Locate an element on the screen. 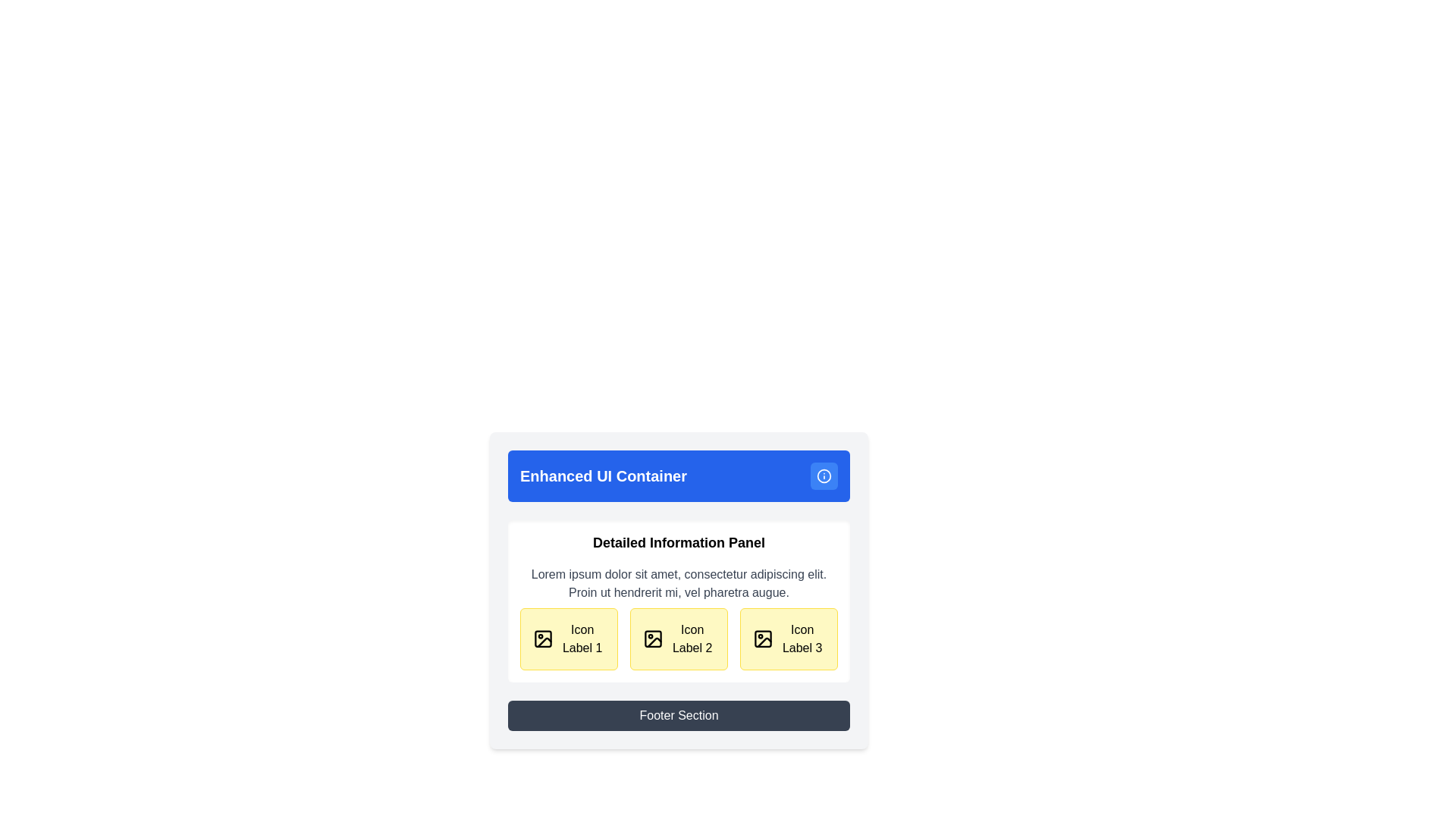 The image size is (1456, 819). the SVG rectangle component that is part of the second icon labeled 'Icon Label 2' within a row of three icons in the information panel is located at coordinates (653, 639).